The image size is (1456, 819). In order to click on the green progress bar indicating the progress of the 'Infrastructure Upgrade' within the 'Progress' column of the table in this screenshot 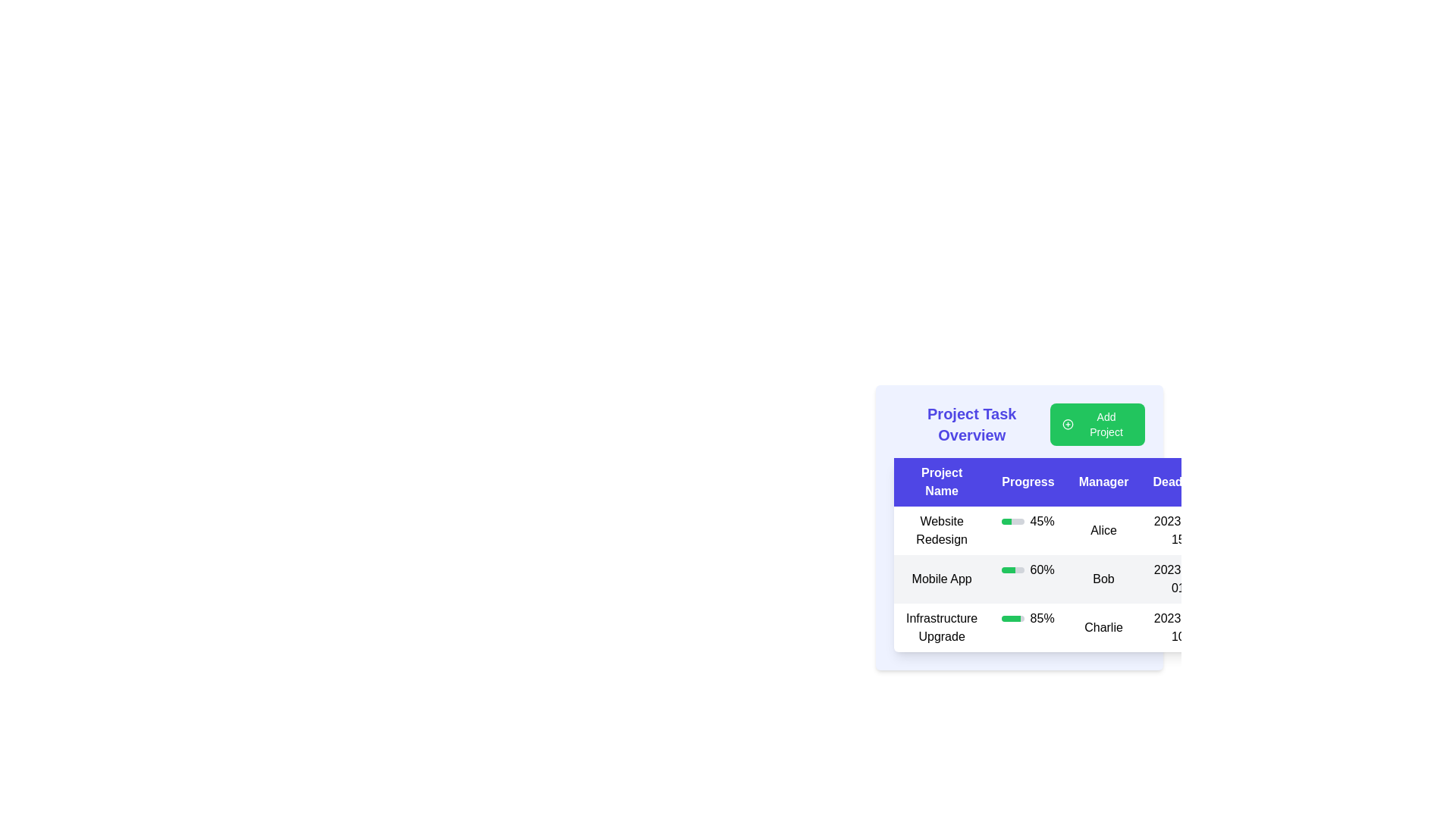, I will do `click(1011, 619)`.